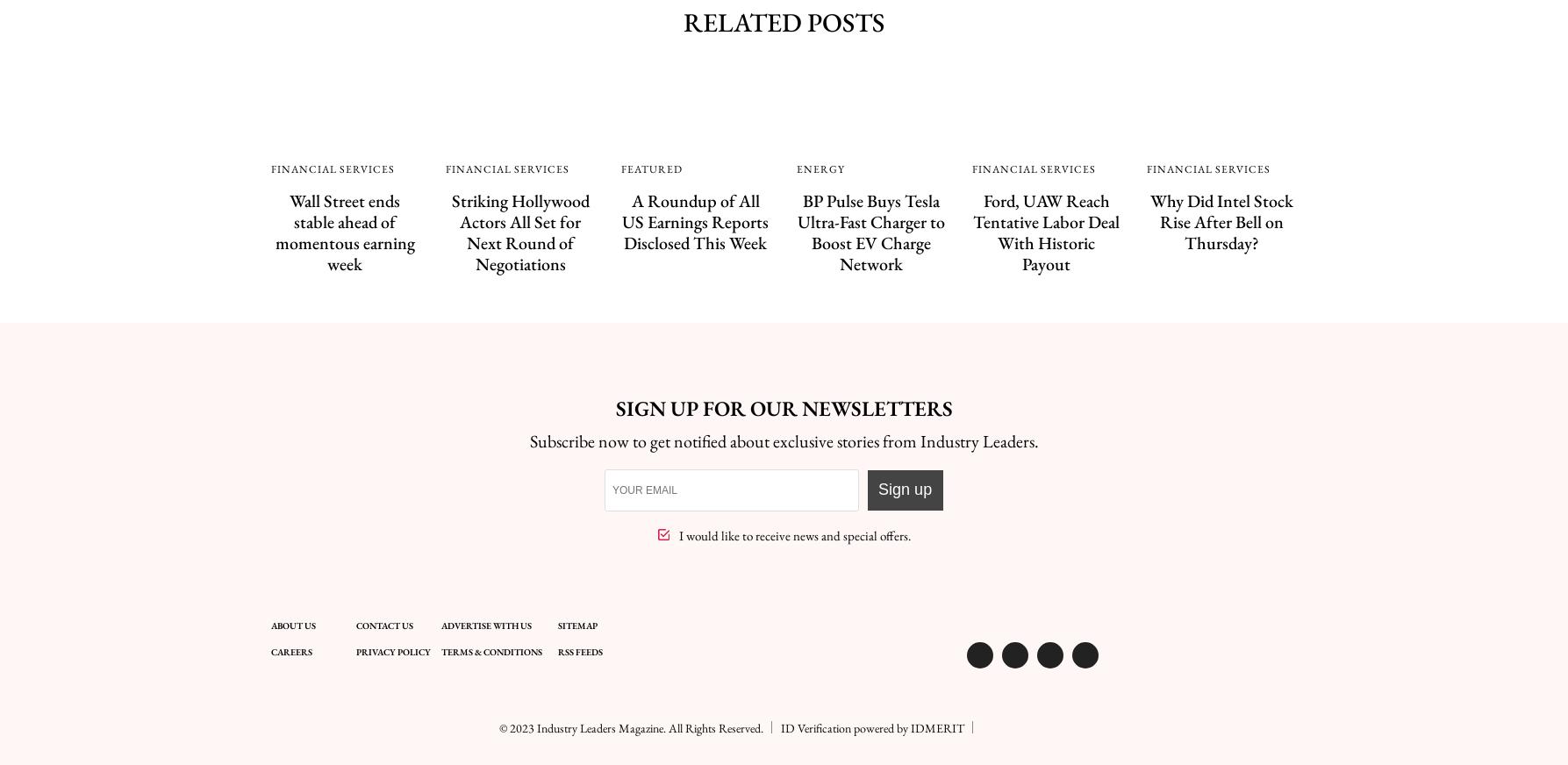  What do you see at coordinates (519, 231) in the screenshot?
I see `'Striking Hollywood Actors All Set for Next Round of Negotiations'` at bounding box center [519, 231].